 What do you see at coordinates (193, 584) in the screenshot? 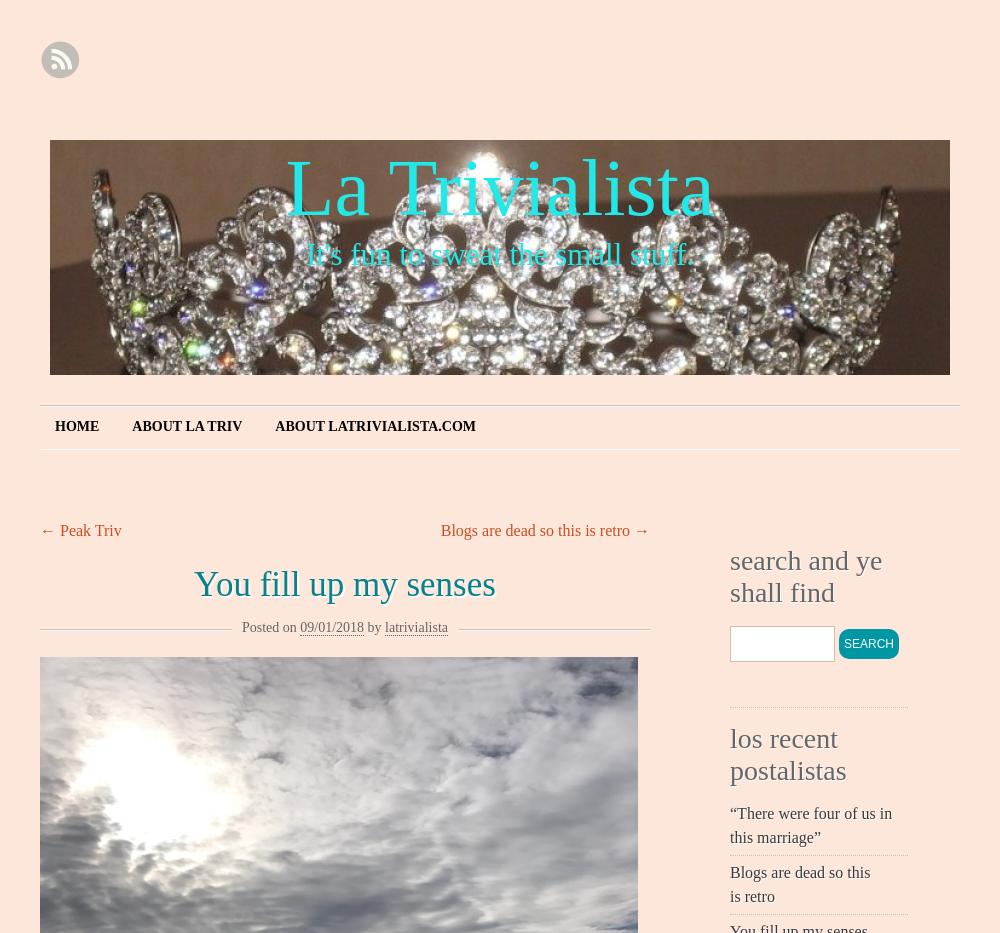
I see `'You fill up my senses'` at bounding box center [193, 584].